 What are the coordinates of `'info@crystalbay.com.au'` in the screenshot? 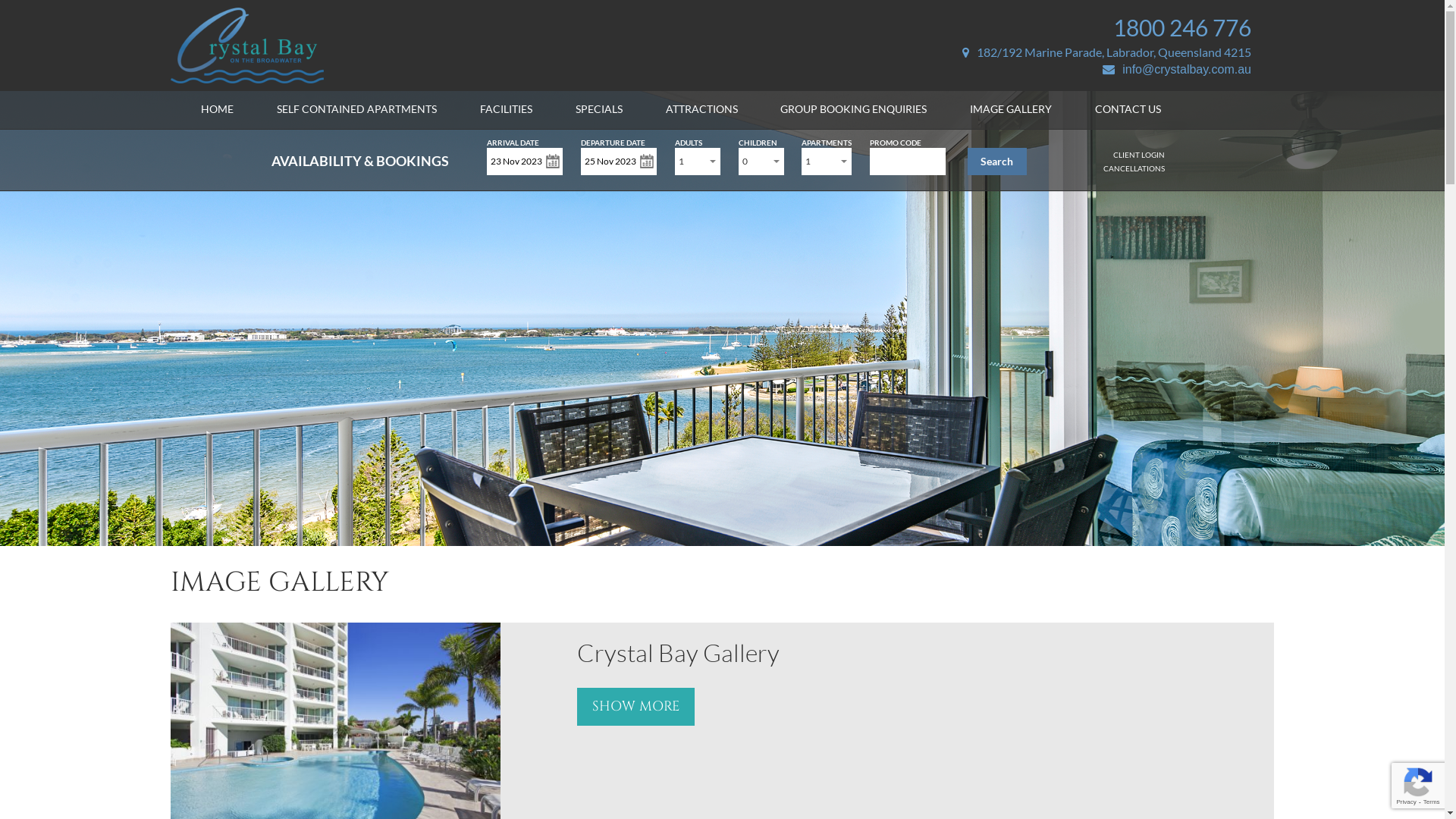 It's located at (1103, 69).